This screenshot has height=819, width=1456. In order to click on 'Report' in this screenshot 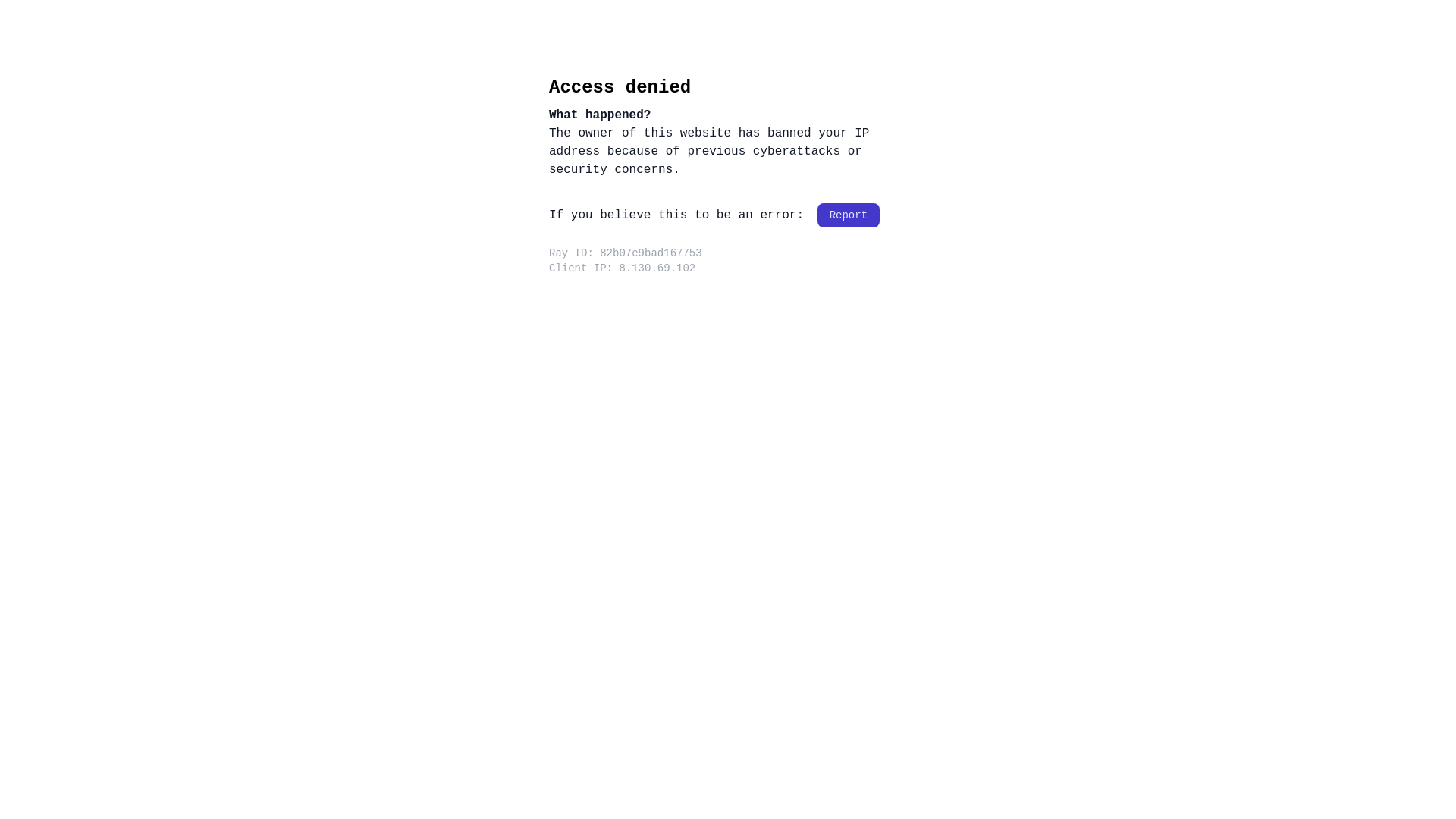, I will do `click(847, 215)`.